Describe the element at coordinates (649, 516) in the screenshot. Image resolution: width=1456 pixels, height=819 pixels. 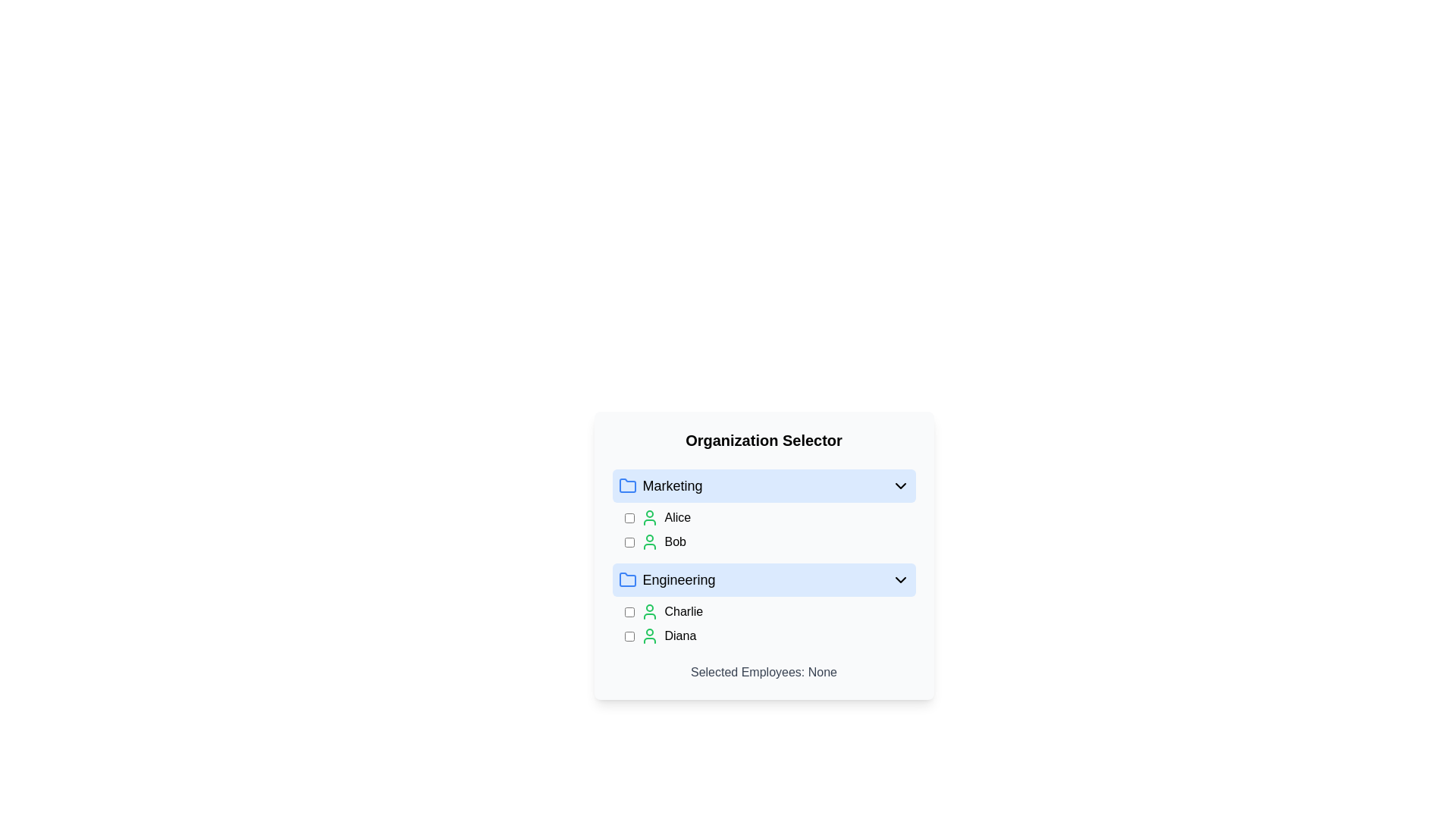
I see `the user icon representing 'Alice' in the 'Marketing' group within the 'Organization Selector' panel to aid user identification` at that location.